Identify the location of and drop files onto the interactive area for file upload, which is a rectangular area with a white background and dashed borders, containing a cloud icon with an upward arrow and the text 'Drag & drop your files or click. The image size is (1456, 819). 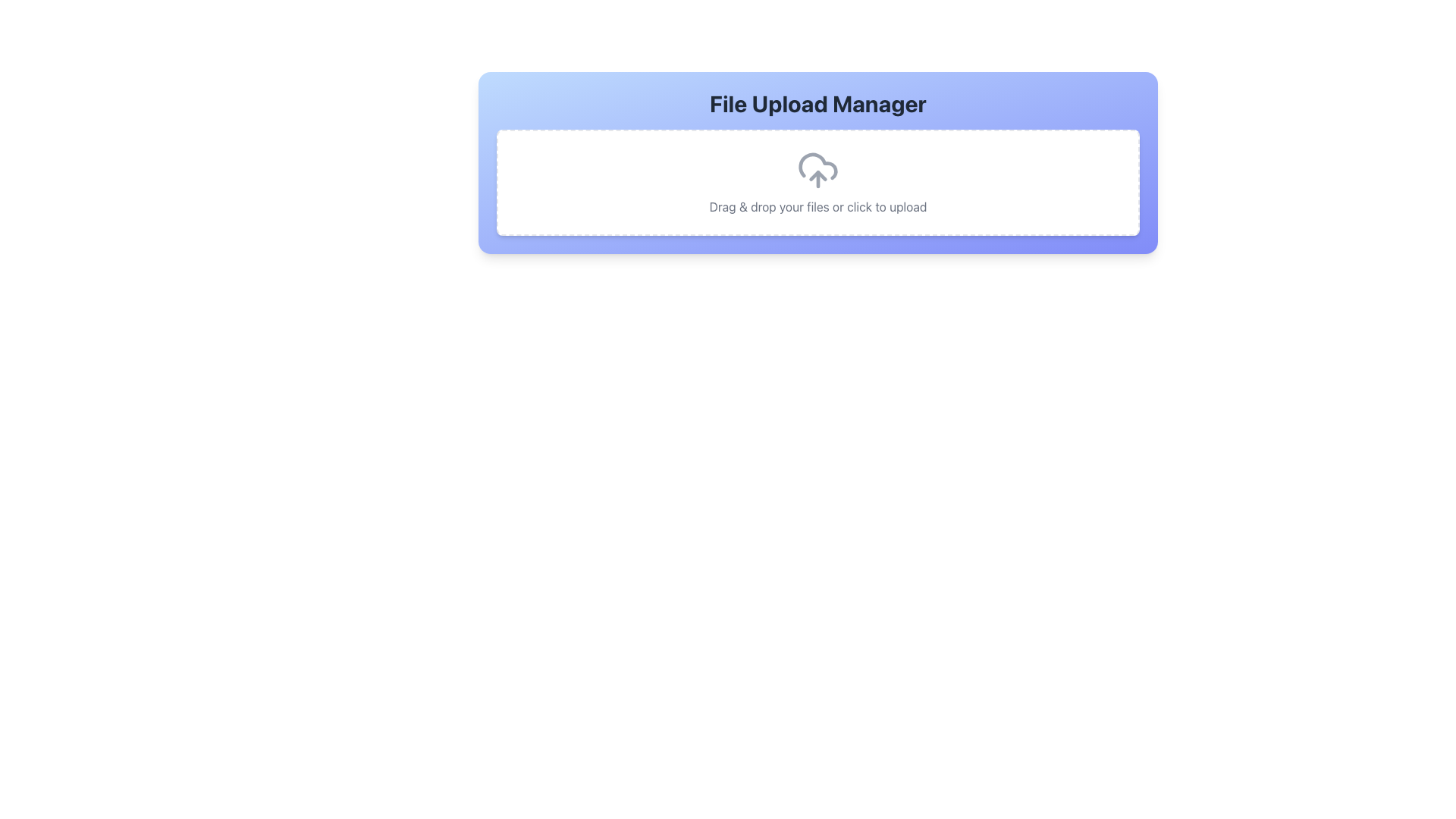
(817, 181).